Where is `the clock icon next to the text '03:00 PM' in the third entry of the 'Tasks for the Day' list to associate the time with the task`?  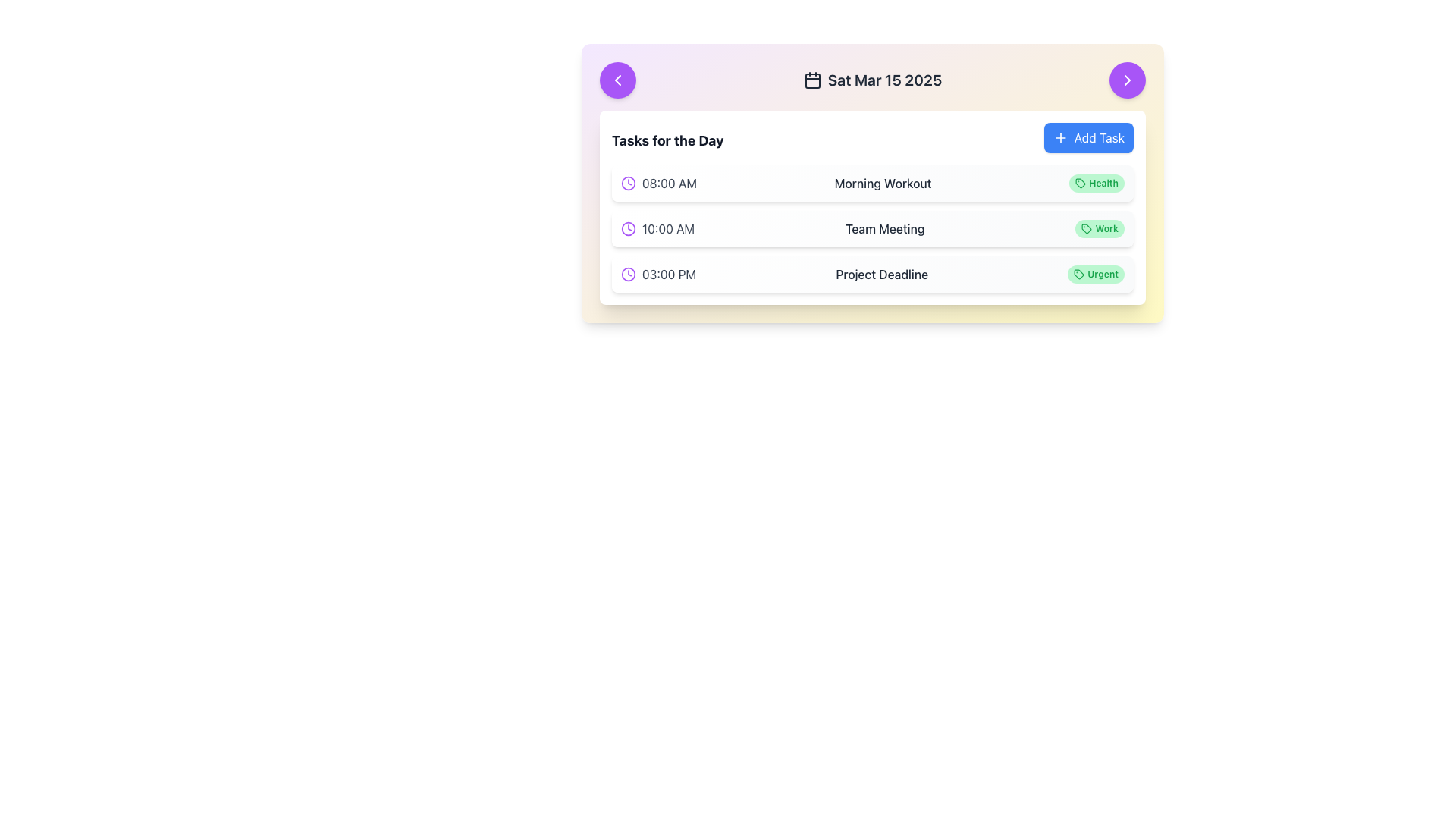
the clock icon next to the text '03:00 PM' in the third entry of the 'Tasks for the Day' list to associate the time with the task is located at coordinates (658, 275).